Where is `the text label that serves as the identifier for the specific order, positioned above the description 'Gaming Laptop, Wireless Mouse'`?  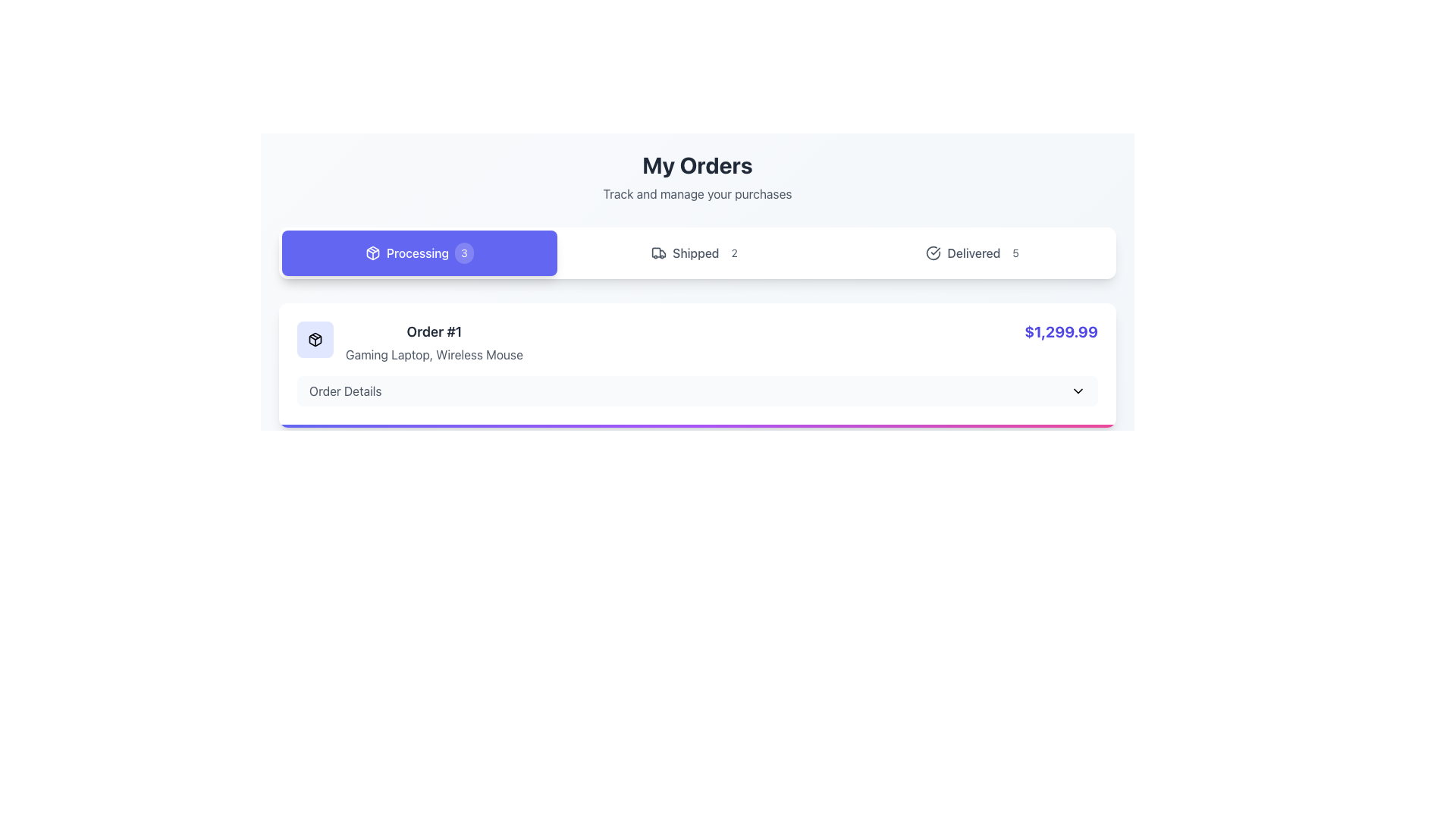
the text label that serves as the identifier for the specific order, positioned above the description 'Gaming Laptop, Wireless Mouse' is located at coordinates (433, 331).